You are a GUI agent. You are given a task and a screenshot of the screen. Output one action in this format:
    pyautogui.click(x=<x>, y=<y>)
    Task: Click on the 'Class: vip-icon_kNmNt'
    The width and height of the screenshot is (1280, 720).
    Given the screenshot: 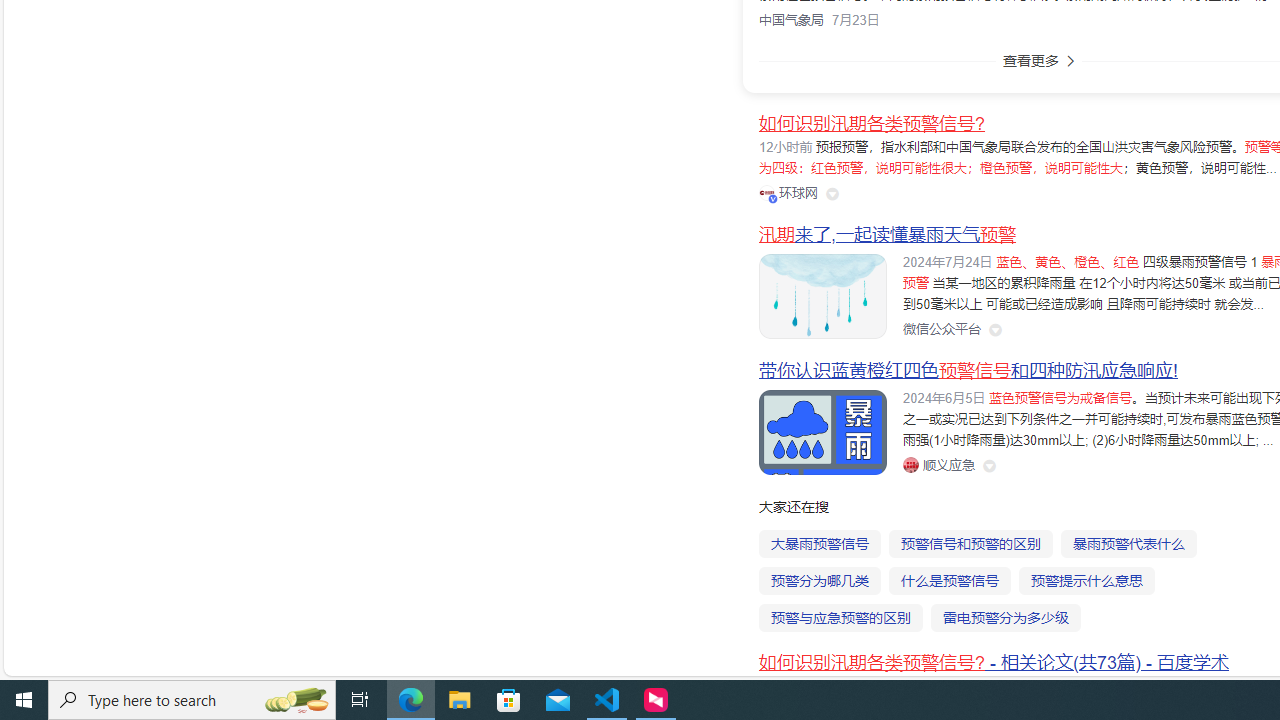 What is the action you would take?
    pyautogui.click(x=772, y=198)
    